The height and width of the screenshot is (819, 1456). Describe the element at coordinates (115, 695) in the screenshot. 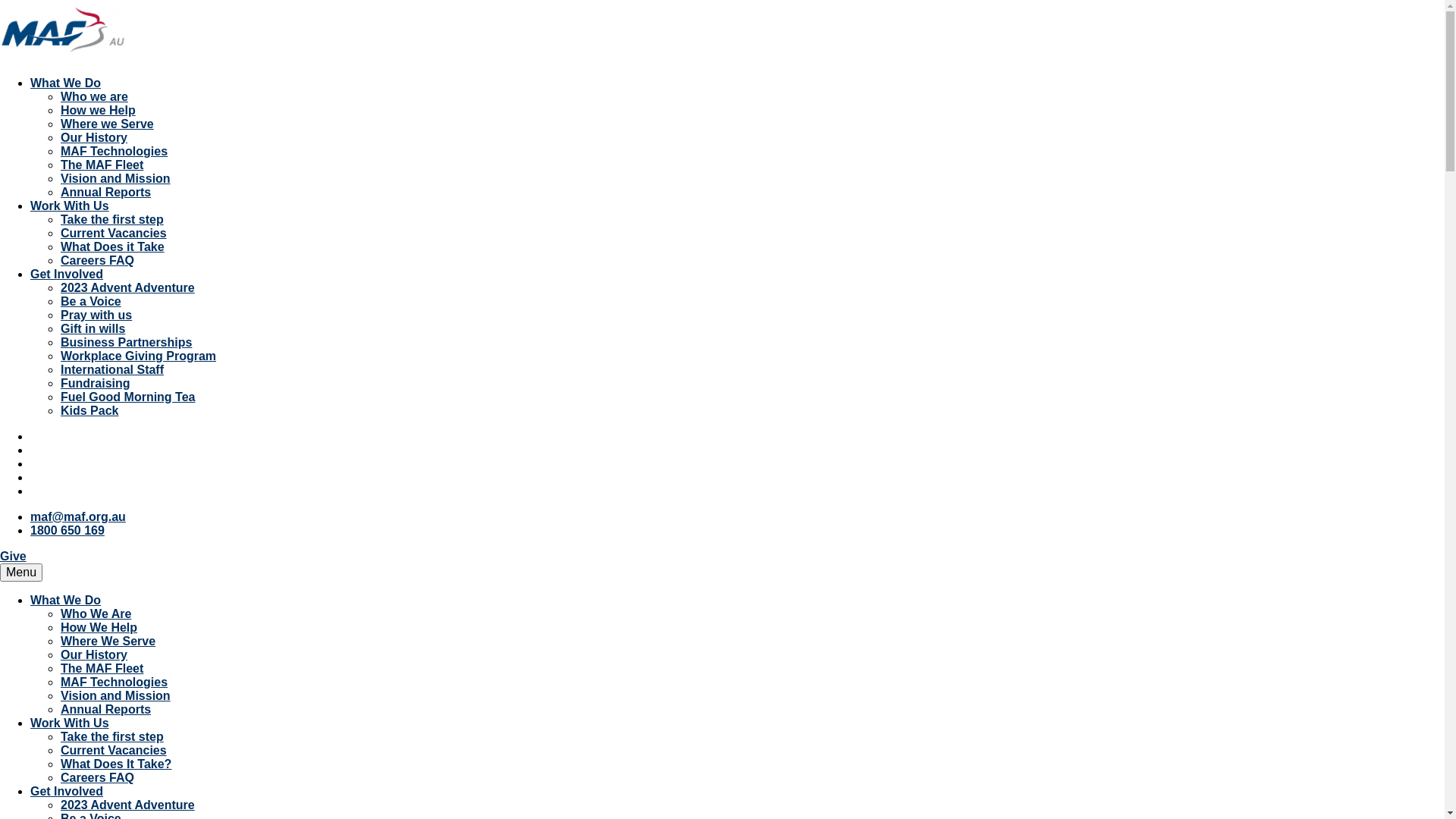

I see `'Vision and Mission'` at that location.